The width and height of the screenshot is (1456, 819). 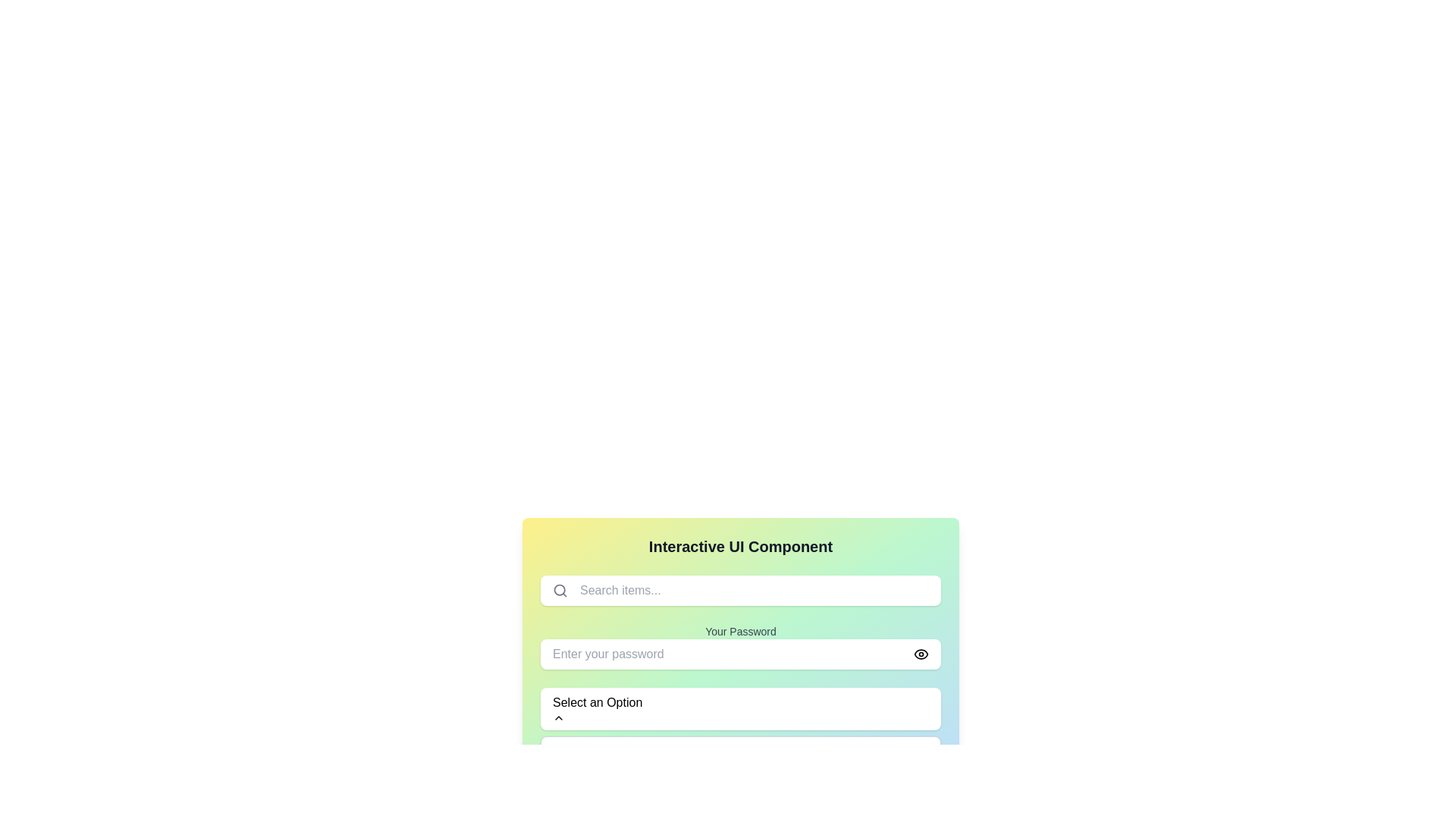 I want to click on the circular icon of the magnifying glass located to the left of the 'Search items...' text input field, so click(x=559, y=589).